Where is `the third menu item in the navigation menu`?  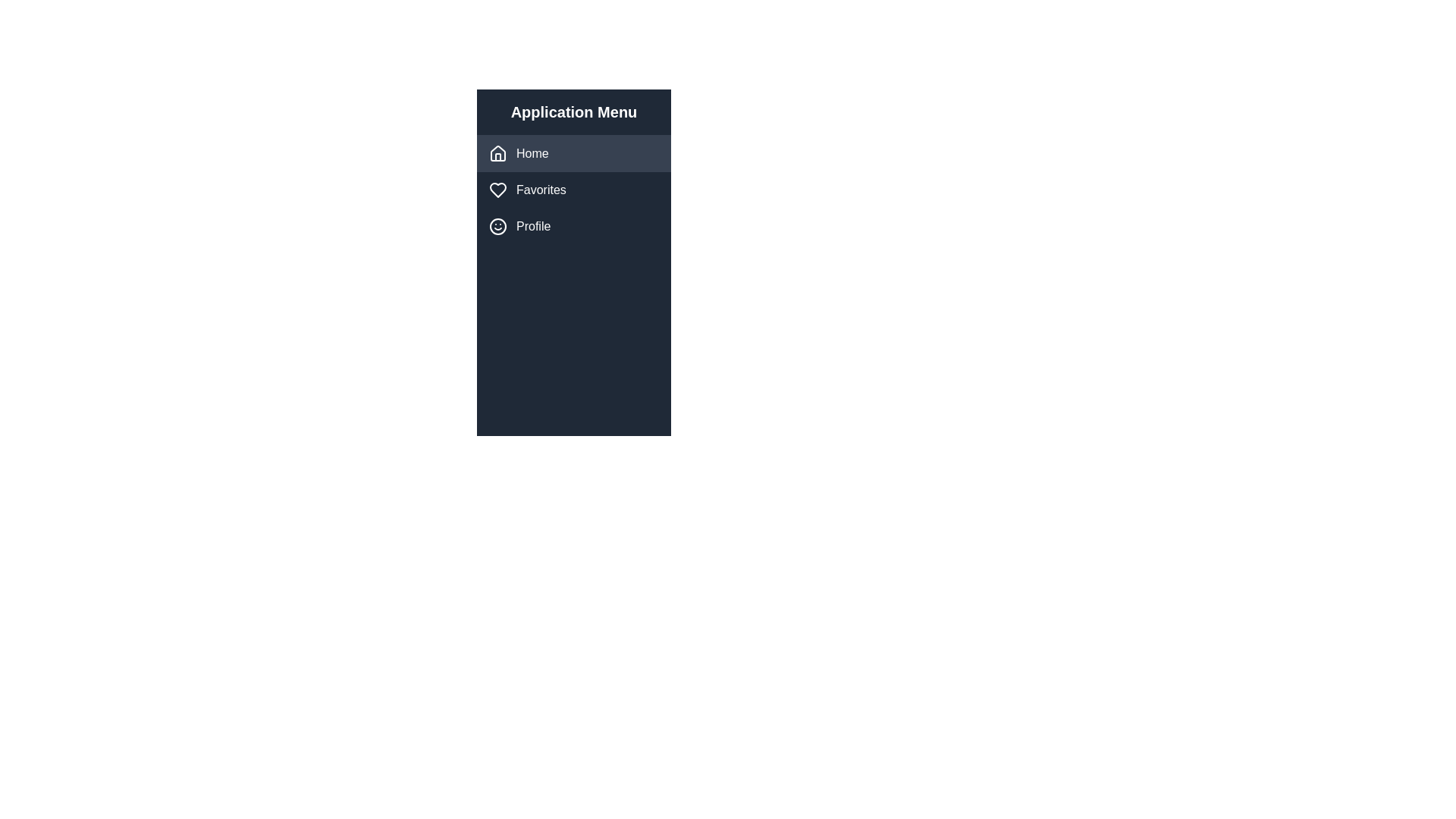
the third menu item in the navigation menu is located at coordinates (573, 227).